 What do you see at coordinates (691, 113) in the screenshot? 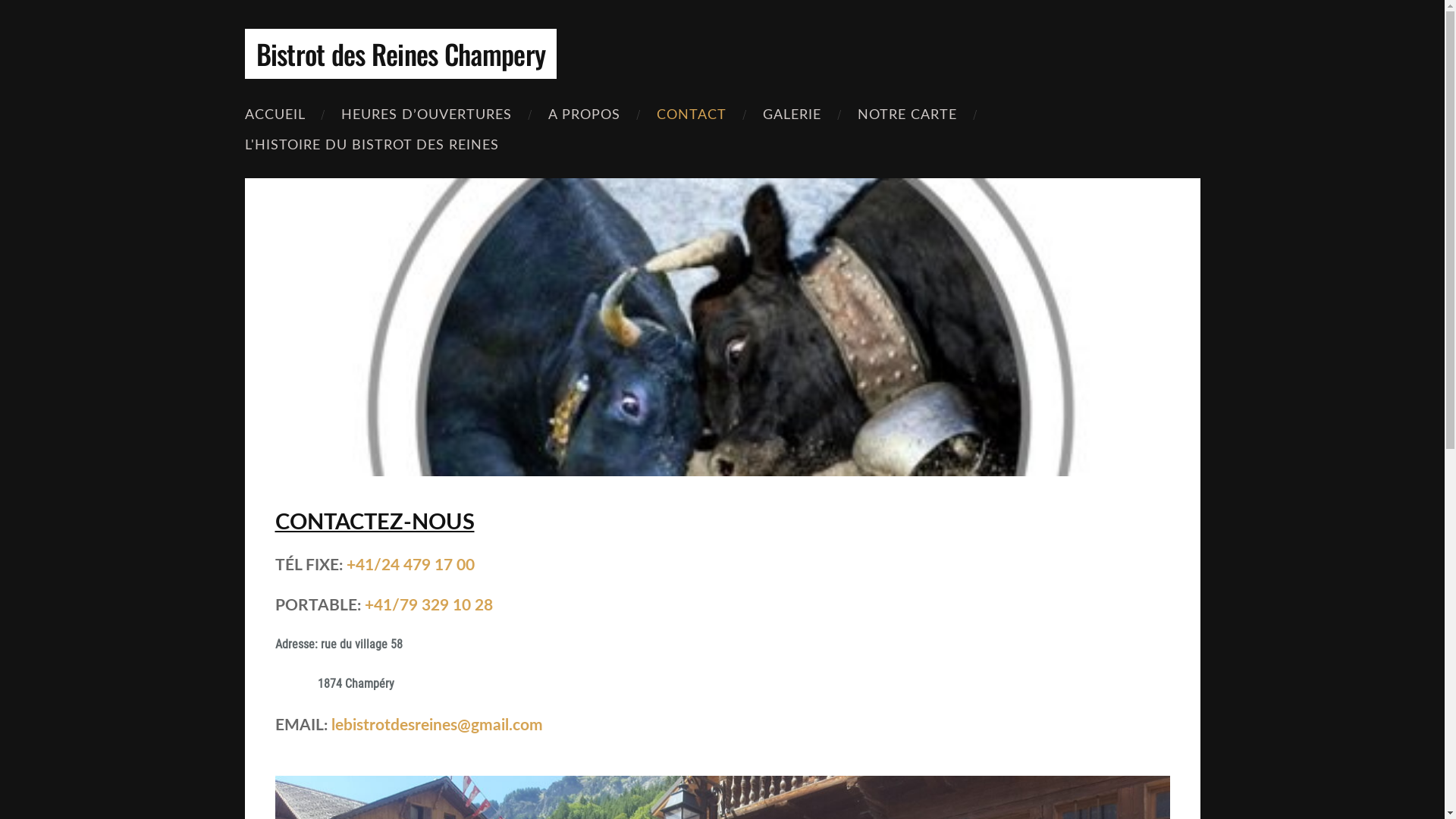
I see `'CONTACT'` at bounding box center [691, 113].